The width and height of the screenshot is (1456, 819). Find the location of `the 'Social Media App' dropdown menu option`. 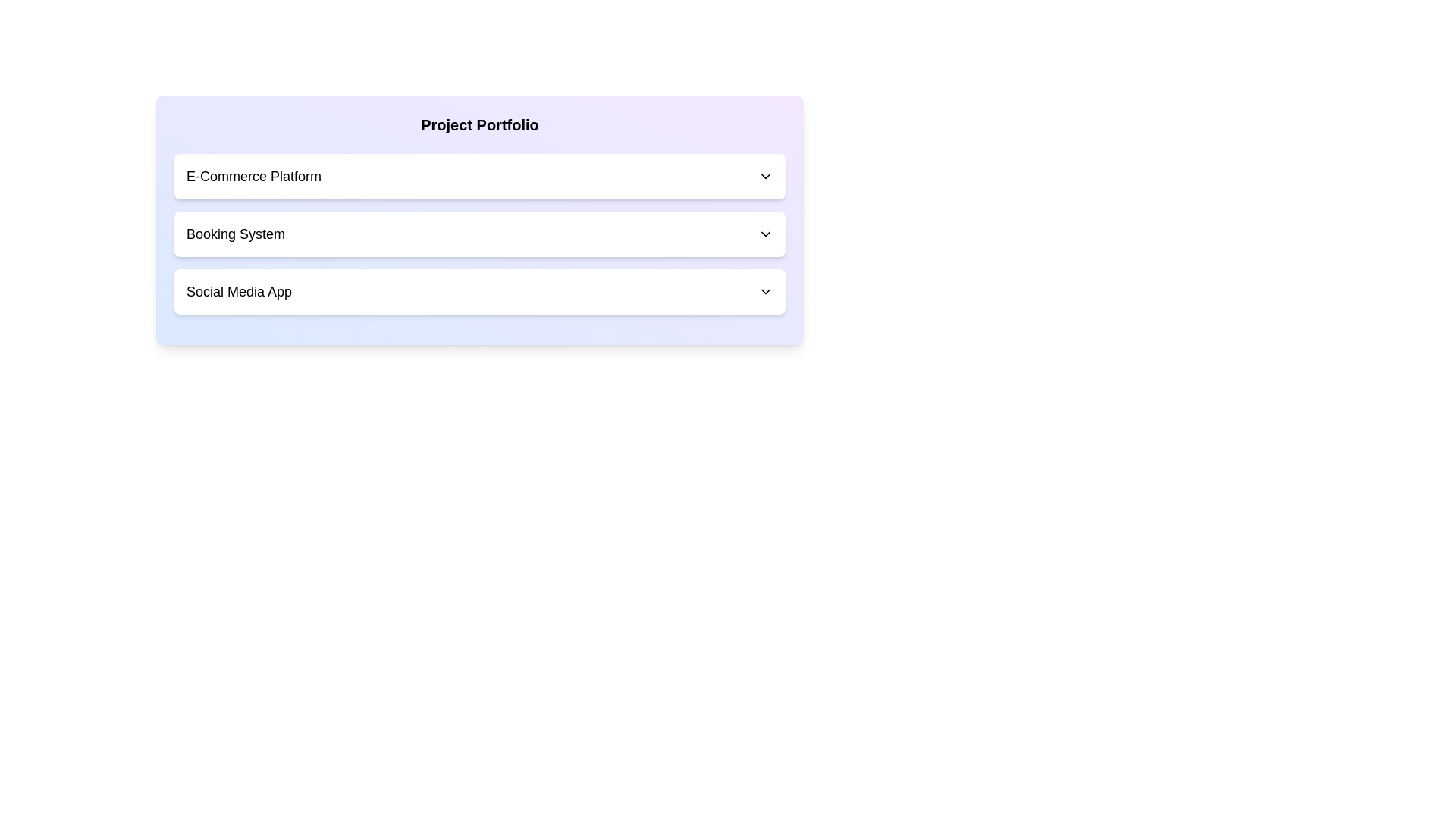

the 'Social Media App' dropdown menu option is located at coordinates (479, 292).